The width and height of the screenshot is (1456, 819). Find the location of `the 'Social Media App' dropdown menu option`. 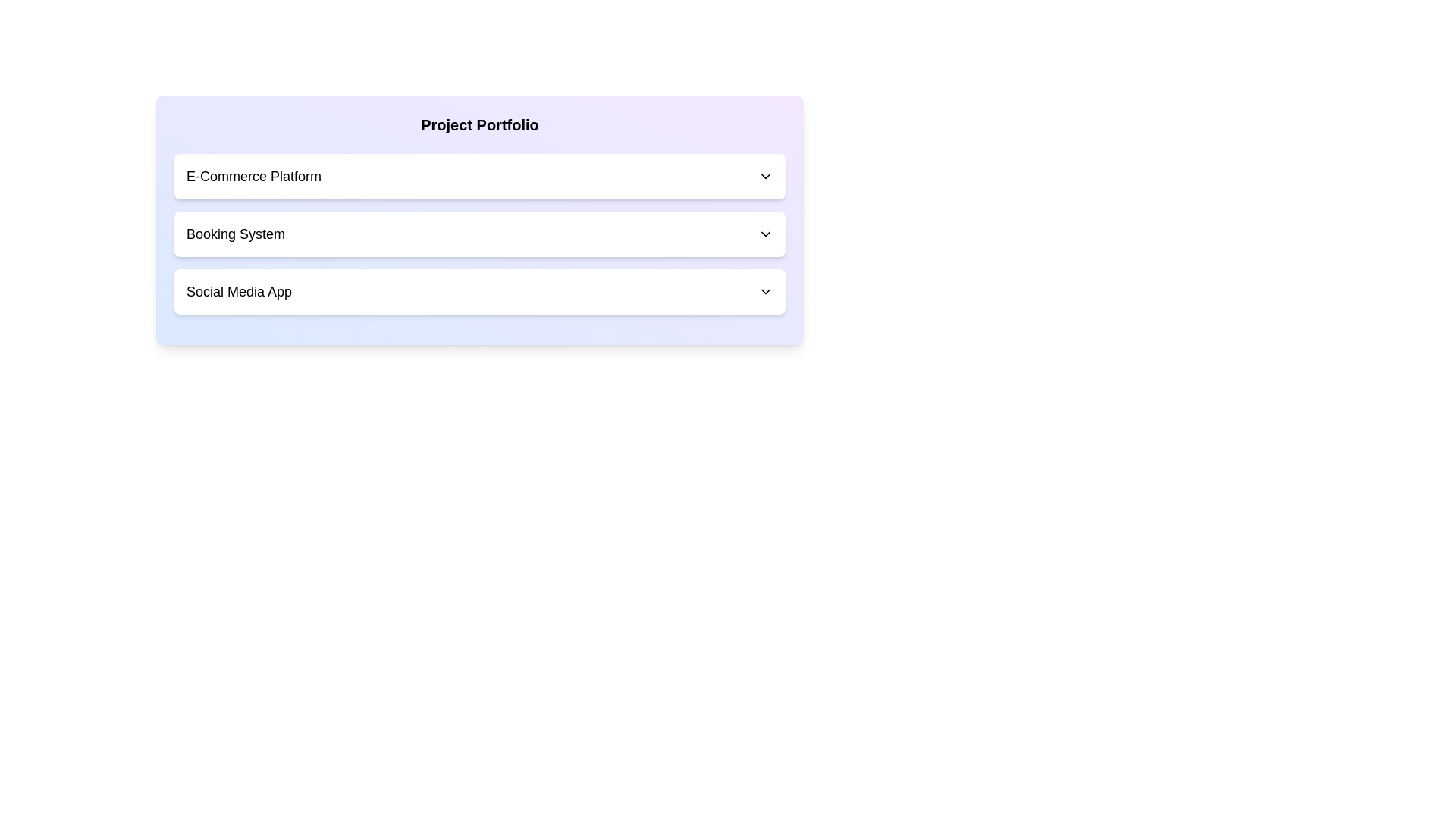

the 'Social Media App' dropdown menu option is located at coordinates (479, 292).